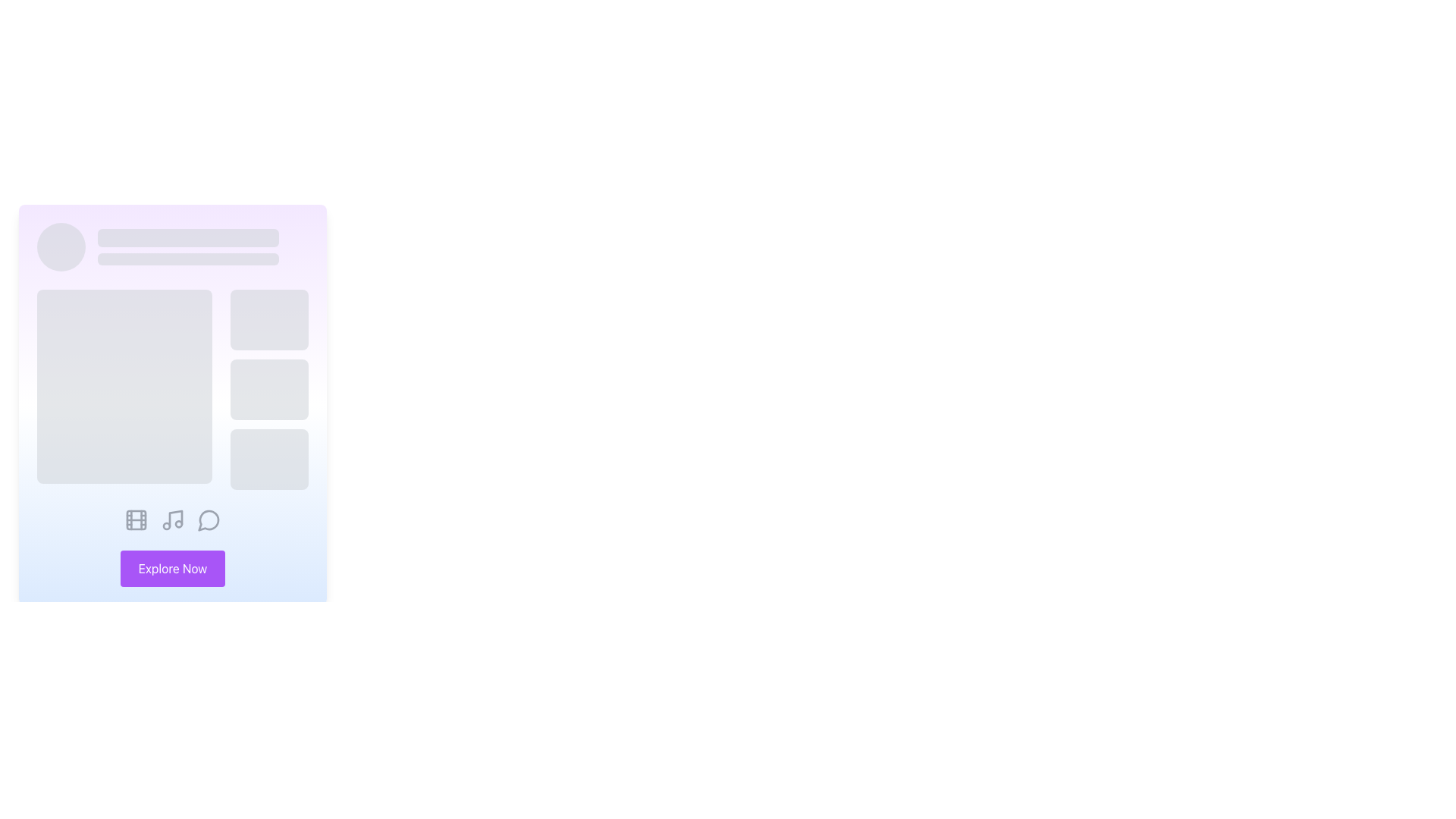 This screenshot has width=1456, height=819. I want to click on the middle loading placeholder component, which is a light gray, rounded, animated pulsating element located to the right of a larger rectangular section, so click(269, 388).